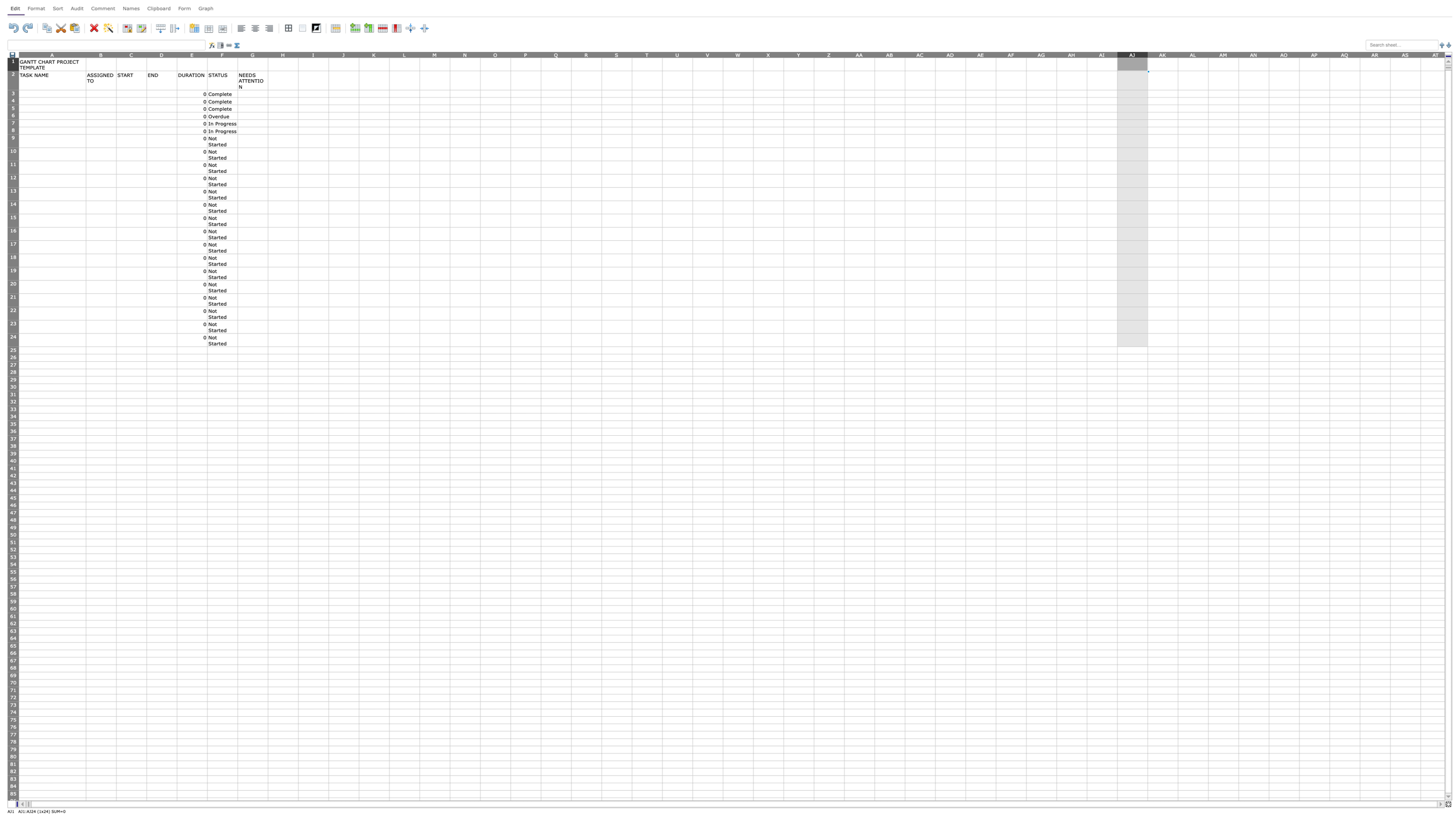  I want to click on the right edge of column AK to resize, so click(1177, 54).